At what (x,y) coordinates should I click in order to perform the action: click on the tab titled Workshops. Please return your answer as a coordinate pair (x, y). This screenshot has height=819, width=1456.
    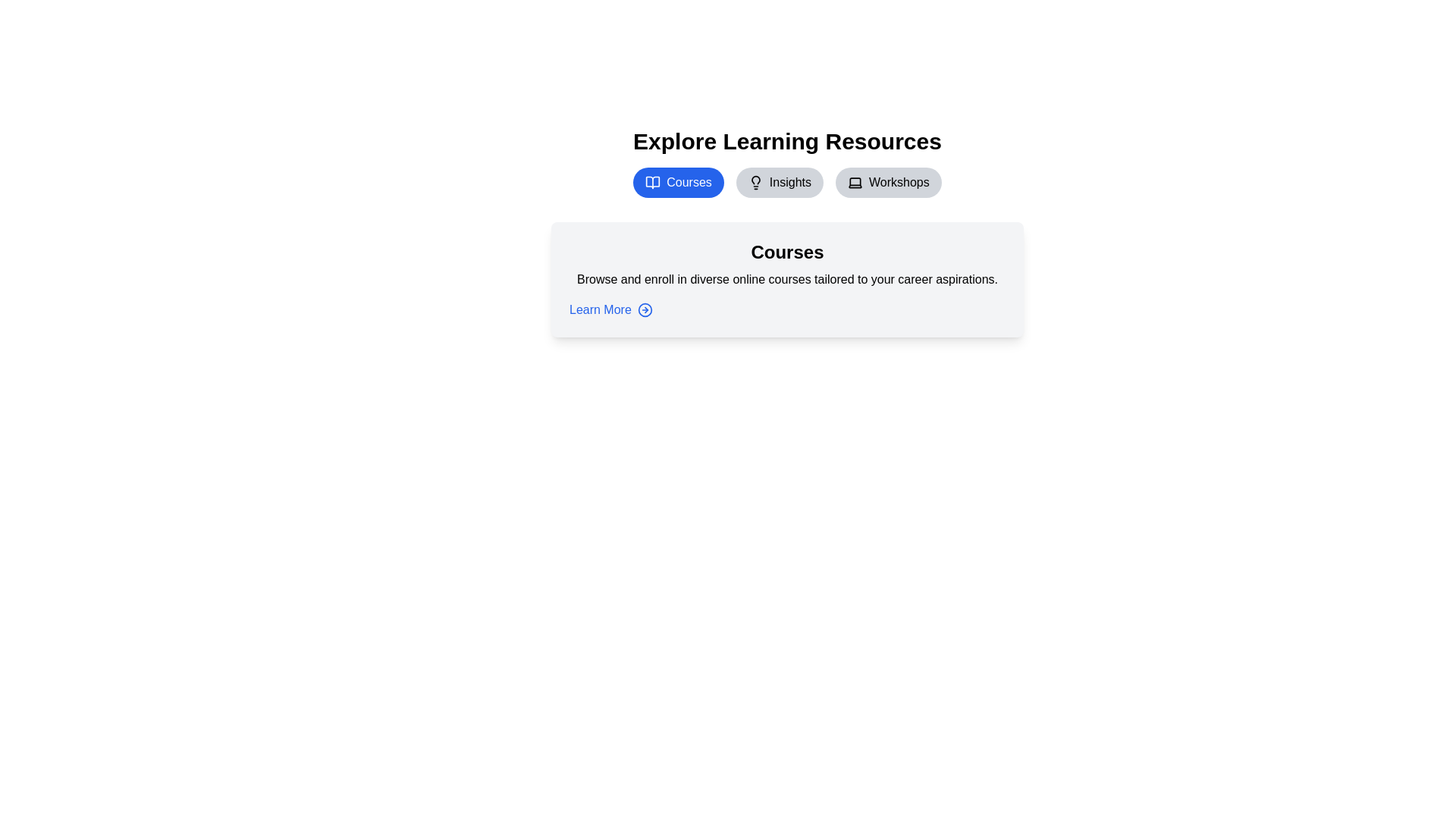
    Looking at the image, I should click on (888, 181).